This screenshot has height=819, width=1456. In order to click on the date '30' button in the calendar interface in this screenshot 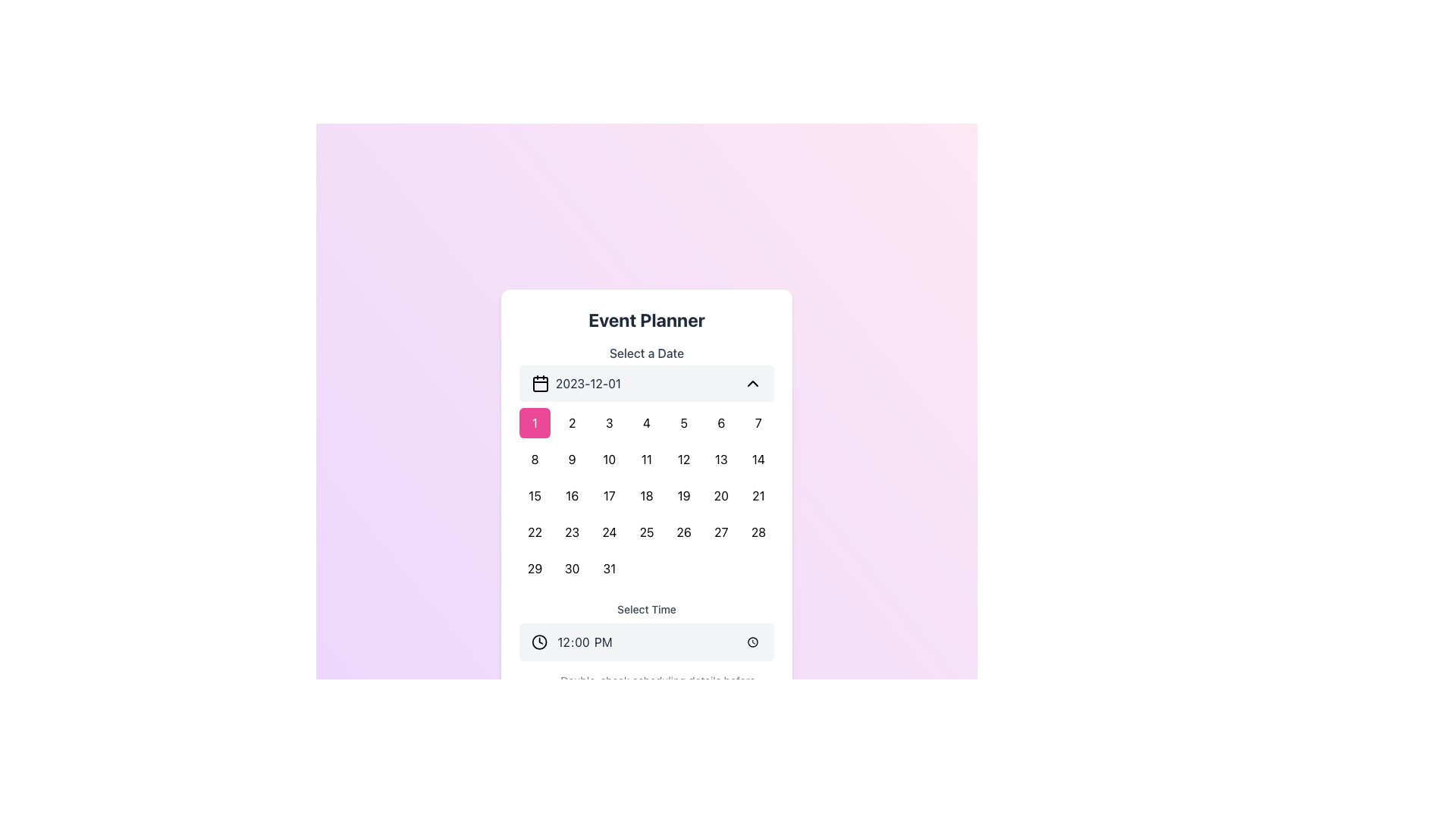, I will do `click(571, 568)`.